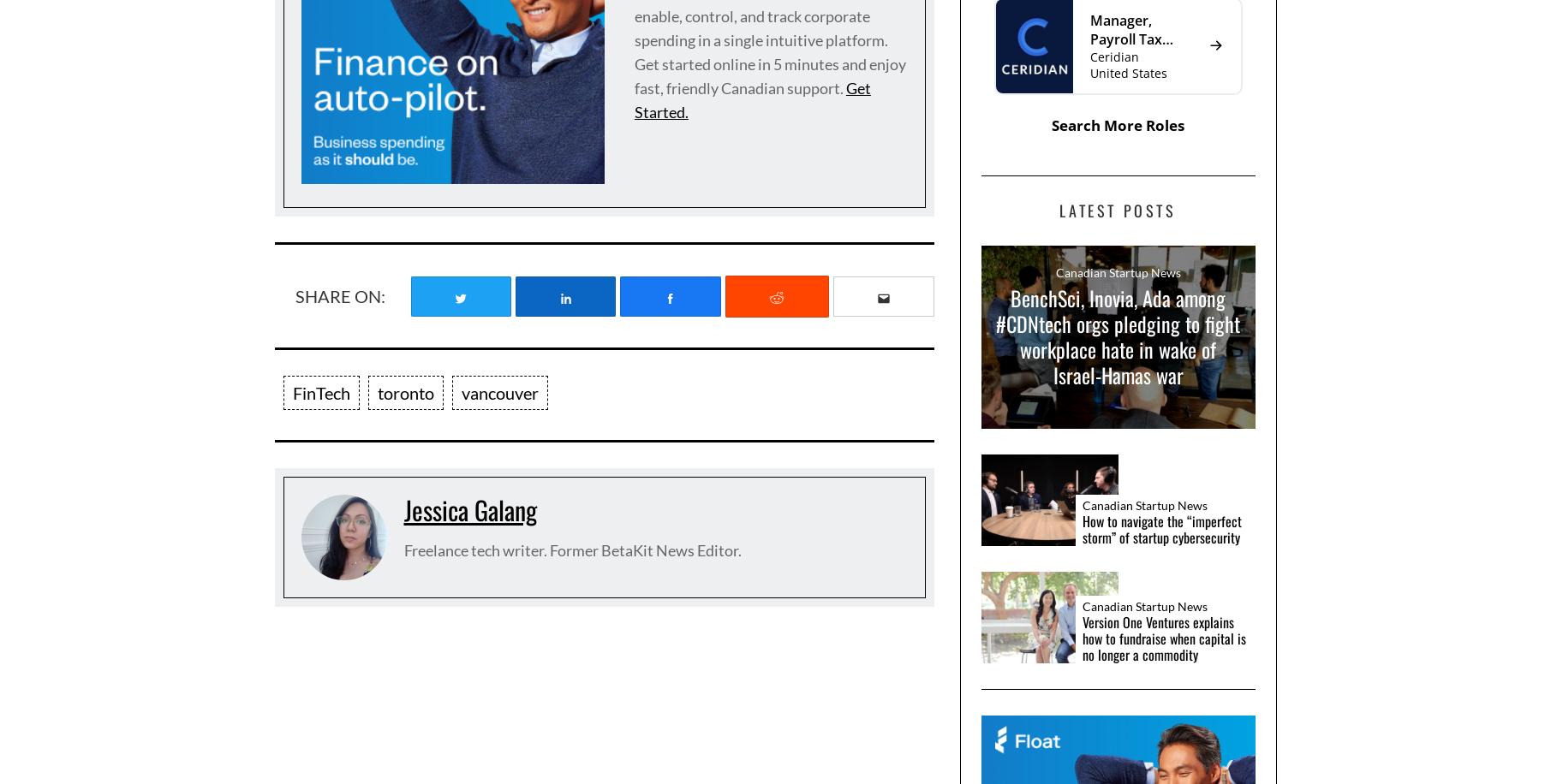 The width and height of the screenshot is (1551, 784). Describe the element at coordinates (319, 393) in the screenshot. I see `'FinTech'` at that location.